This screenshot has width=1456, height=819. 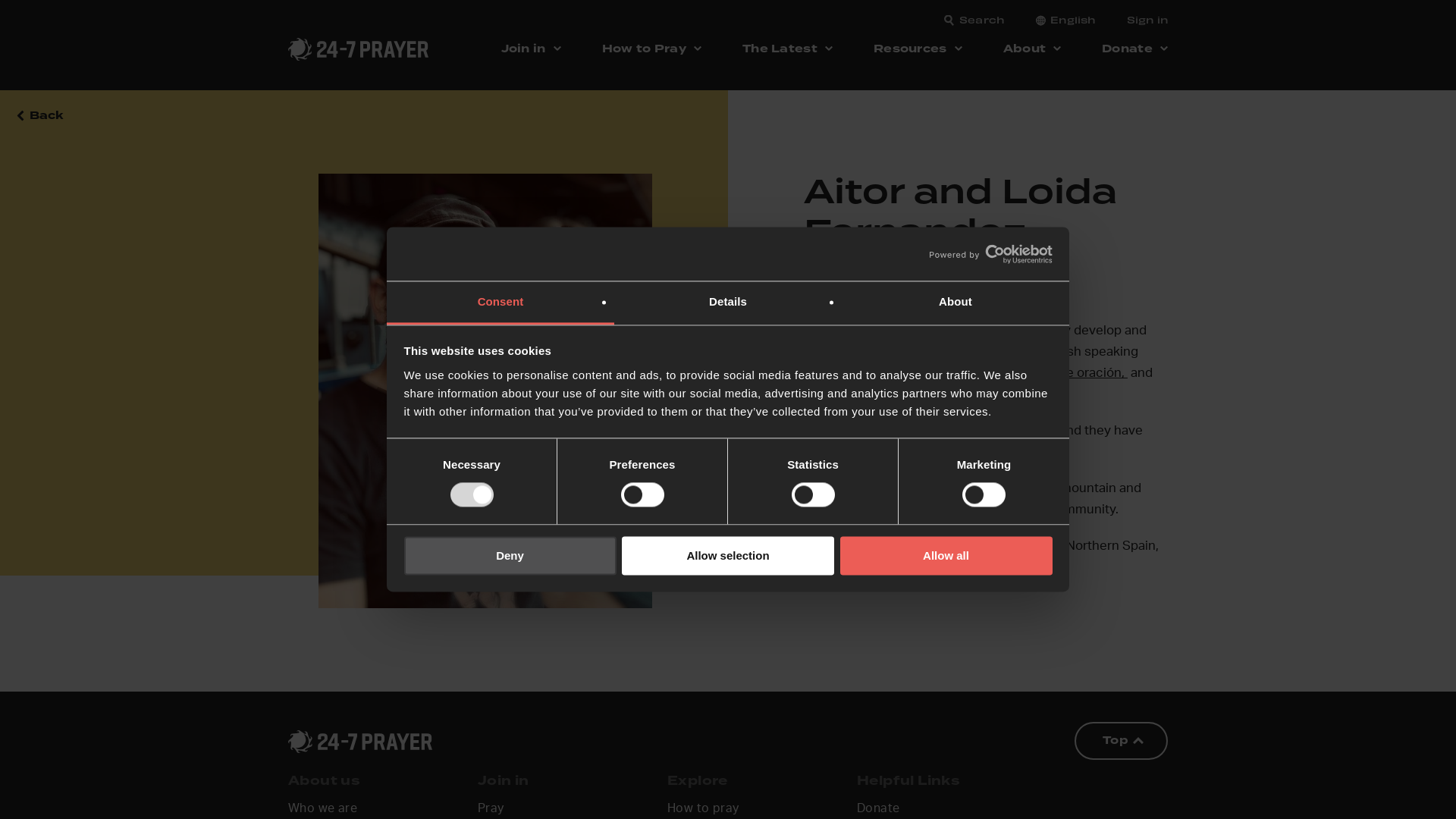 What do you see at coordinates (908, 781) in the screenshot?
I see `'Helpful Links'` at bounding box center [908, 781].